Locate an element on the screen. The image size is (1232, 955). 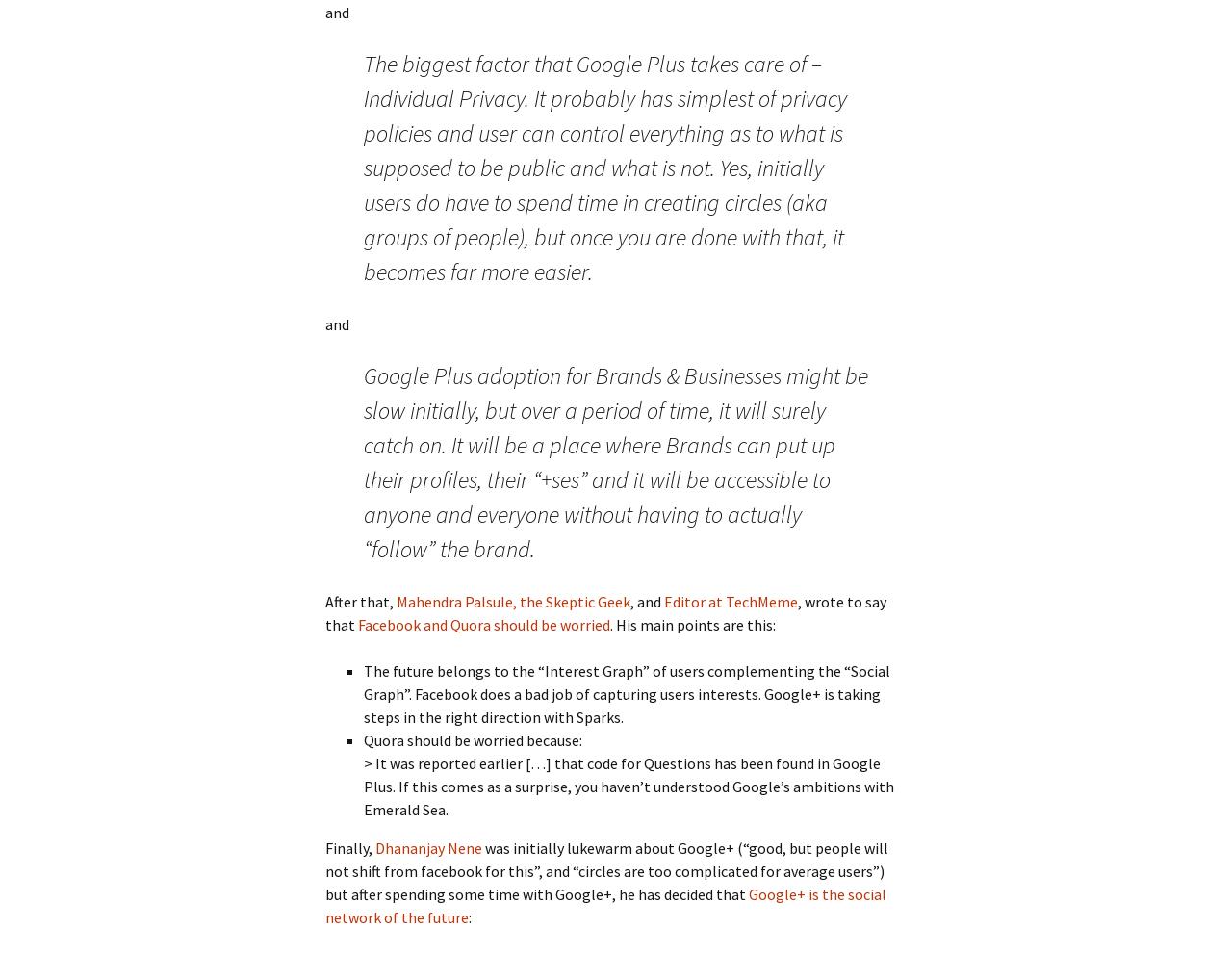
', wrote to say that' is located at coordinates (604, 611).